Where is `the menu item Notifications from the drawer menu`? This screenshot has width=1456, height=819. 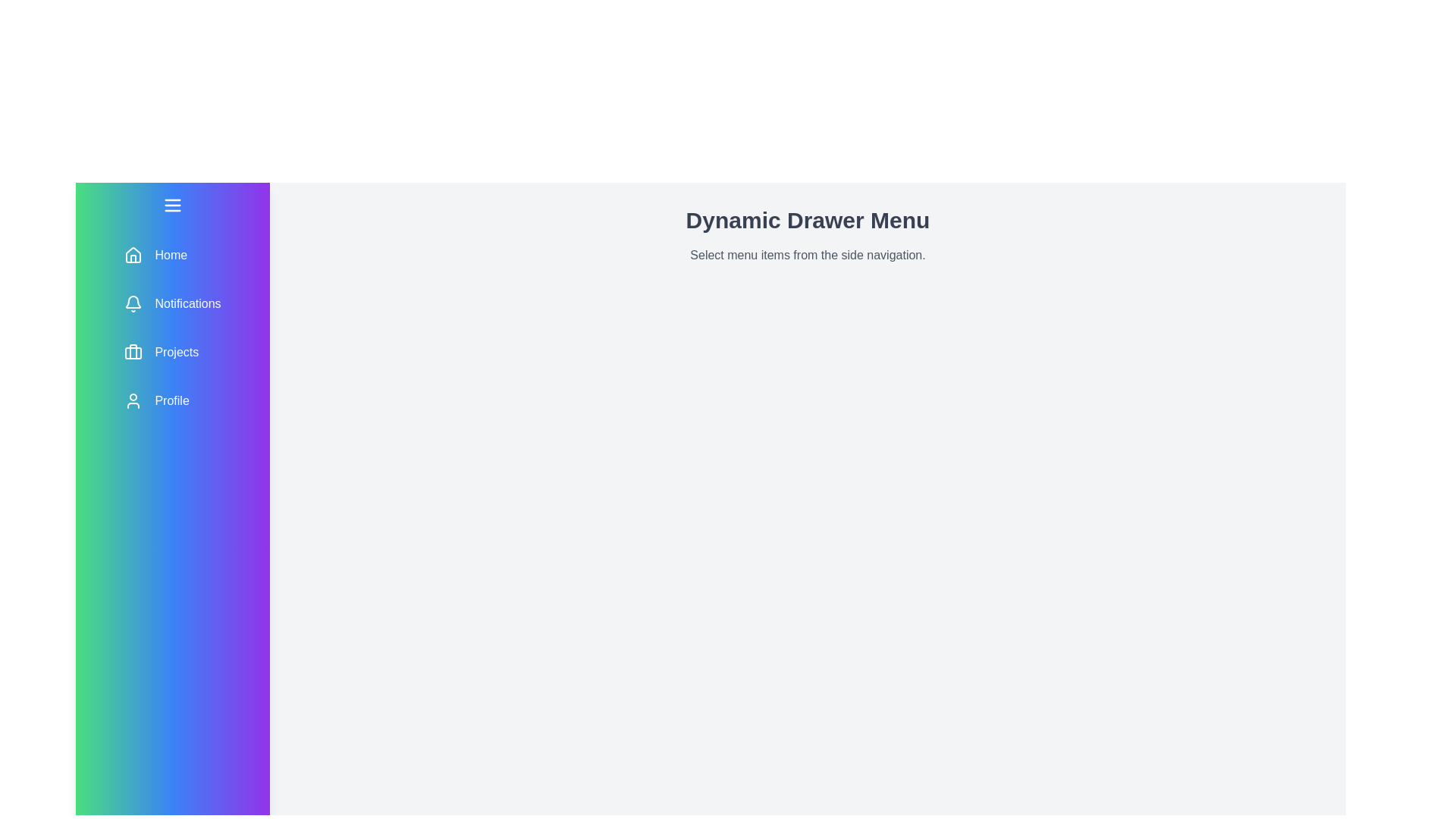 the menu item Notifications from the drawer menu is located at coordinates (172, 304).